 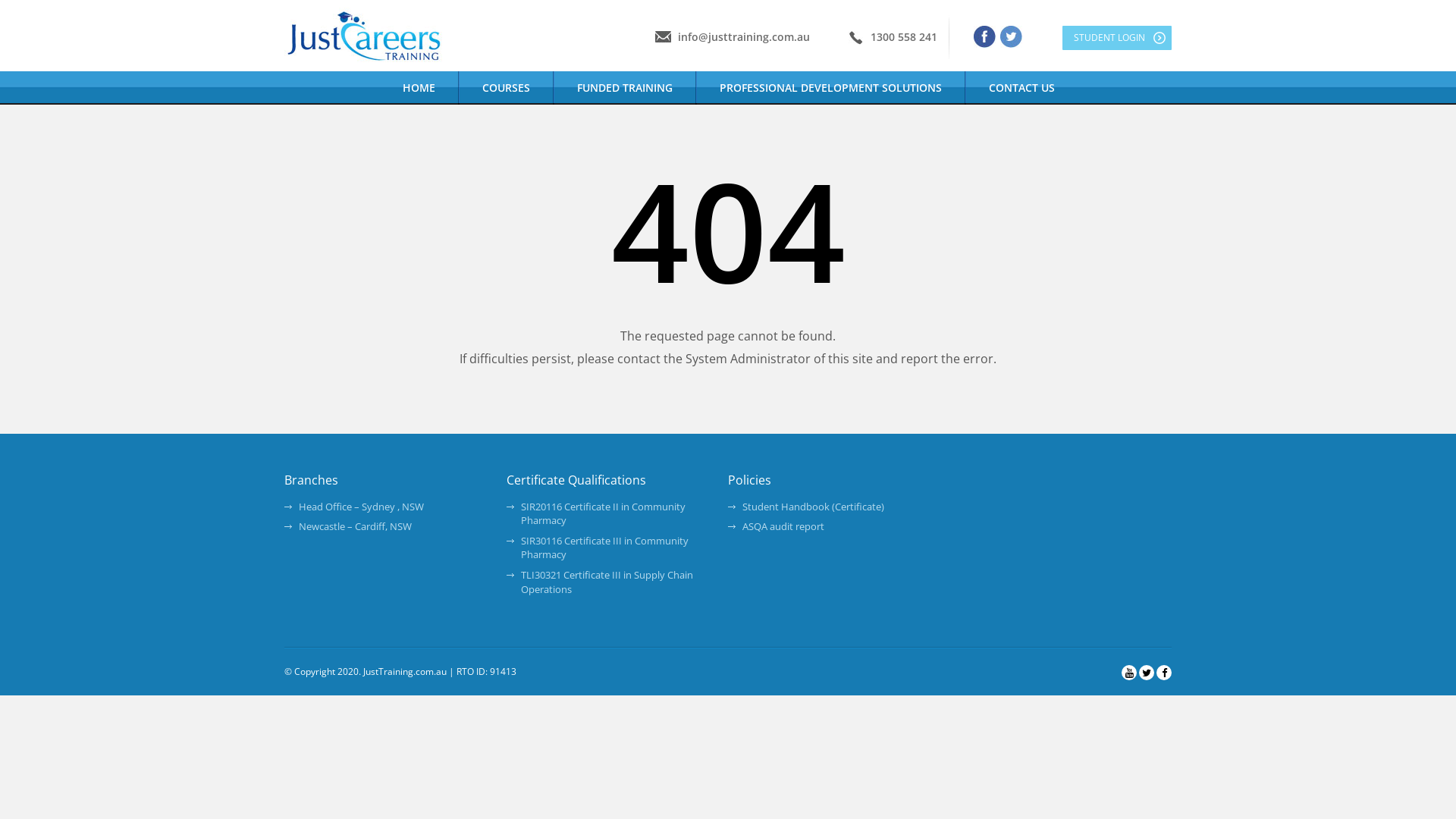 I want to click on 'COURSES', so click(x=506, y=87).